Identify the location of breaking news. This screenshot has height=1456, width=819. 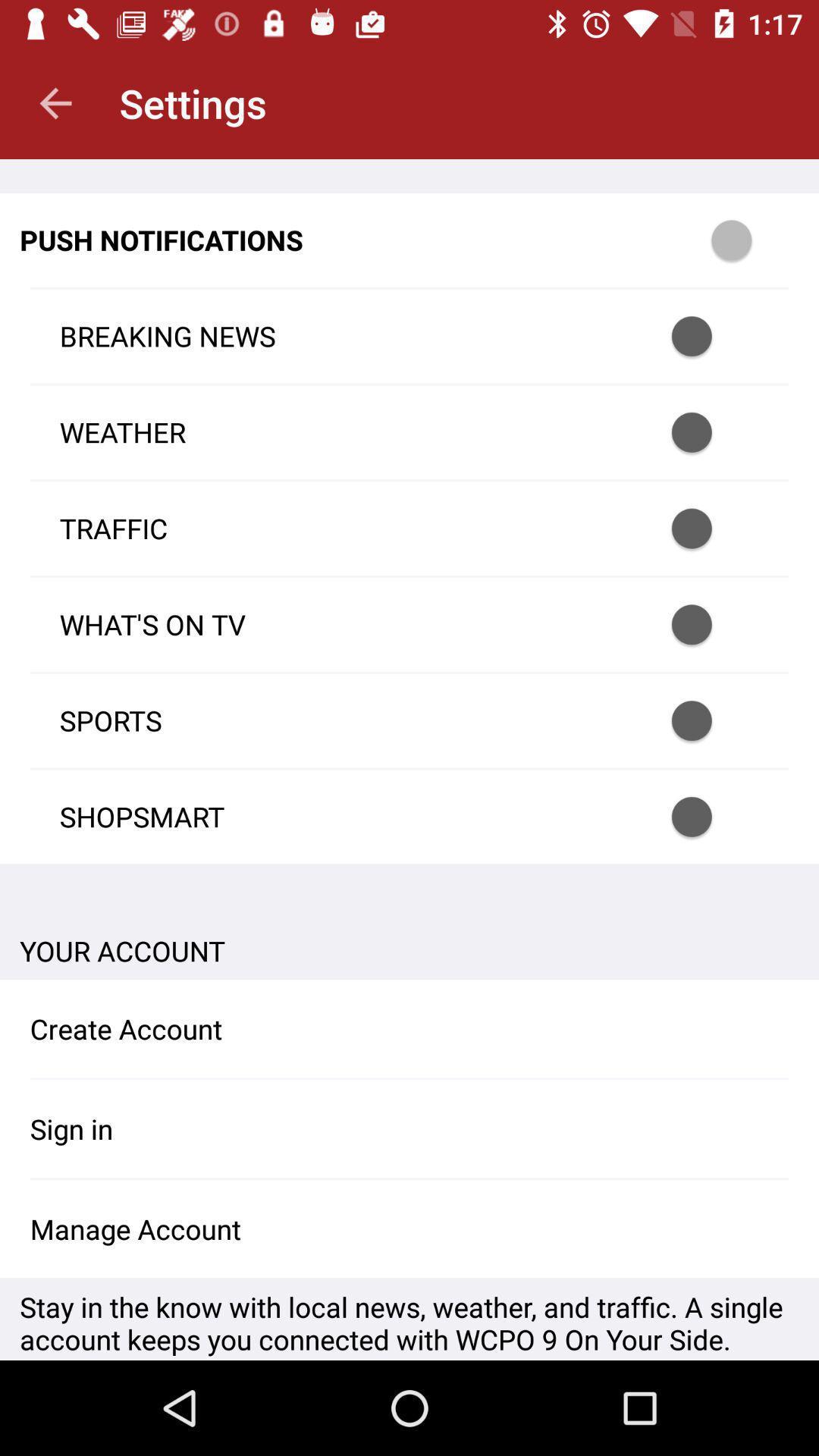
(711, 335).